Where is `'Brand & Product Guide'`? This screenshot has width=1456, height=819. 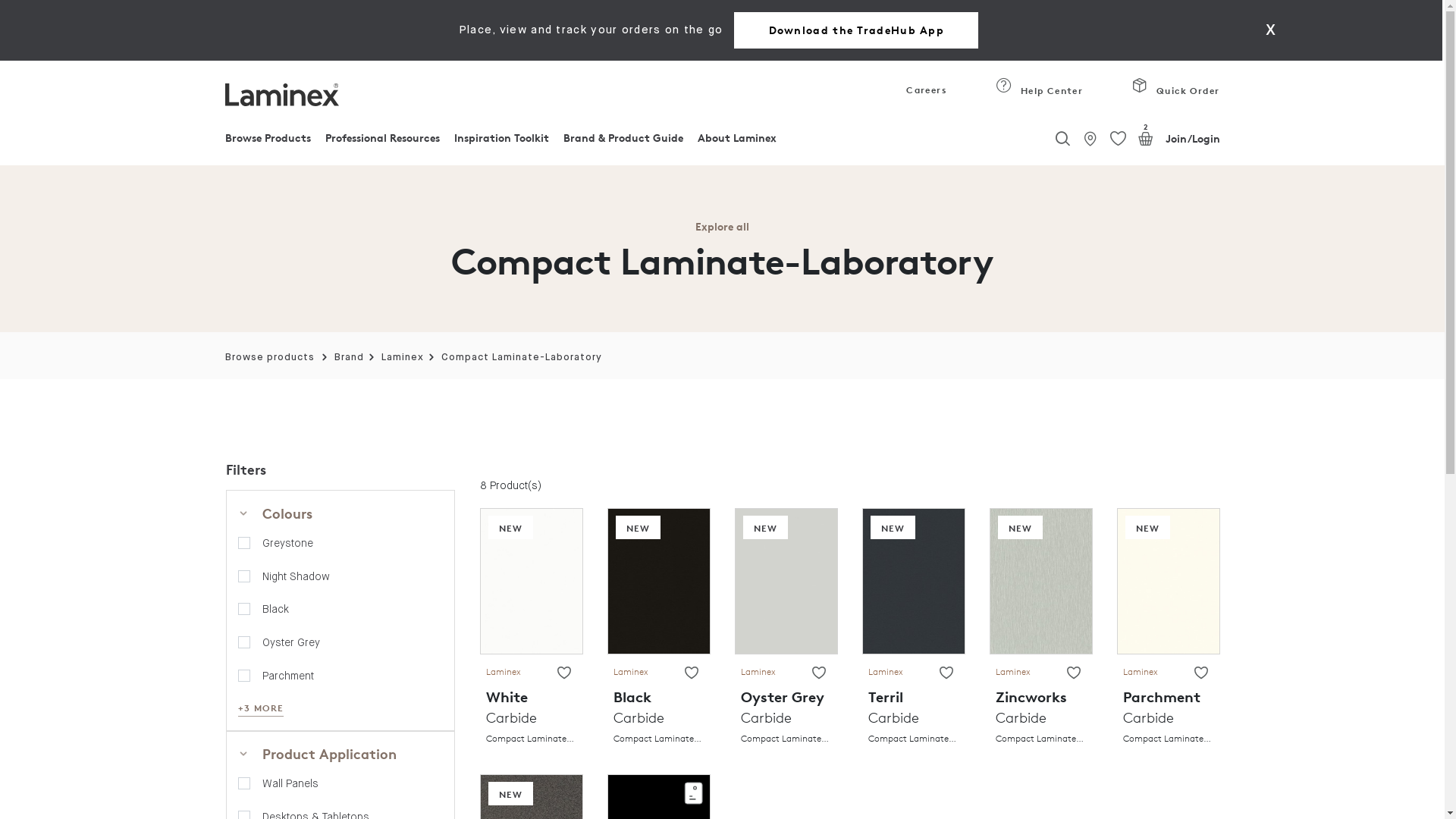 'Brand & Product Guide' is located at coordinates (563, 141).